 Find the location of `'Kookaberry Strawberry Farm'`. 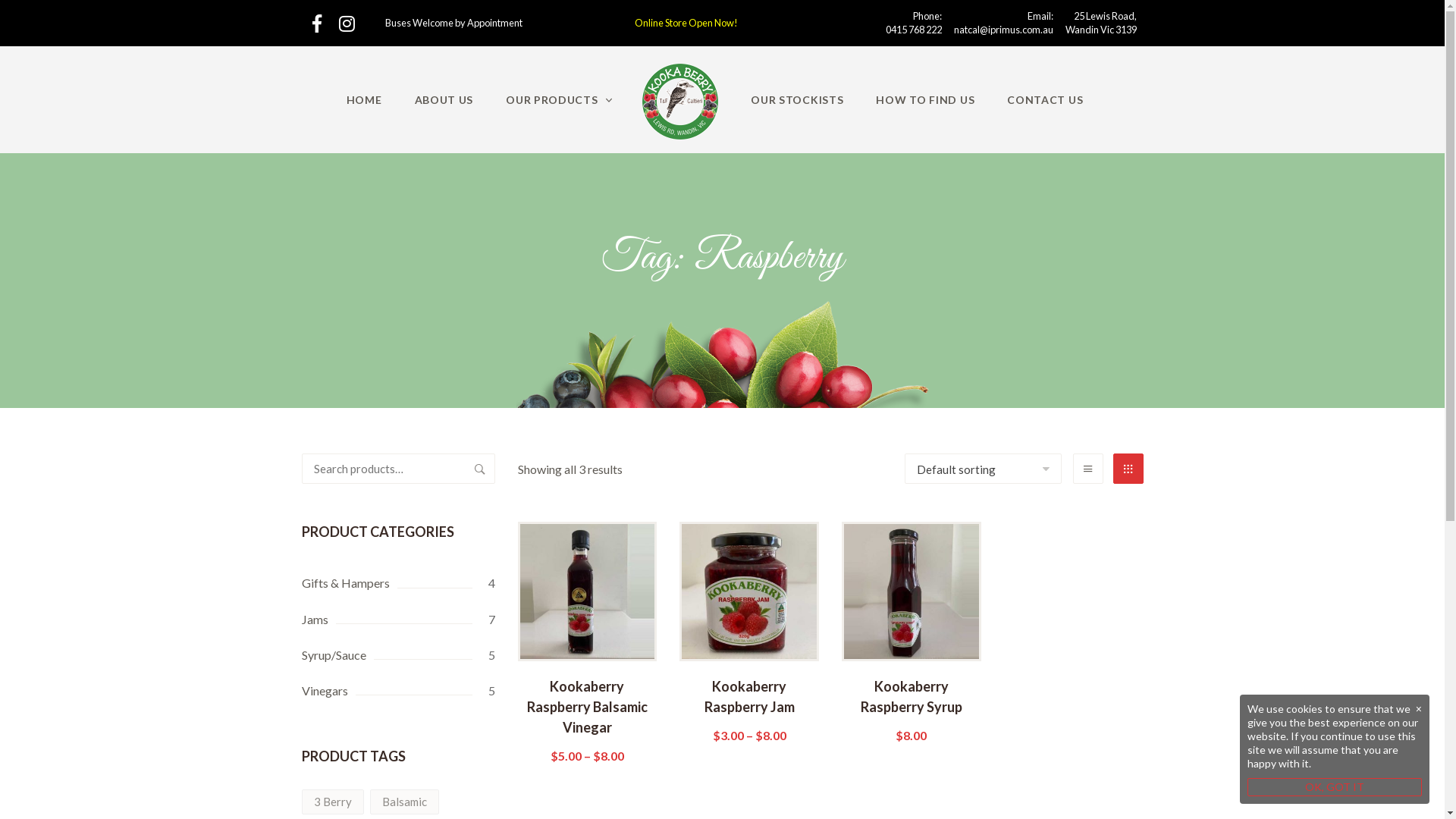

'Kookaberry Strawberry Farm' is located at coordinates (642, 102).